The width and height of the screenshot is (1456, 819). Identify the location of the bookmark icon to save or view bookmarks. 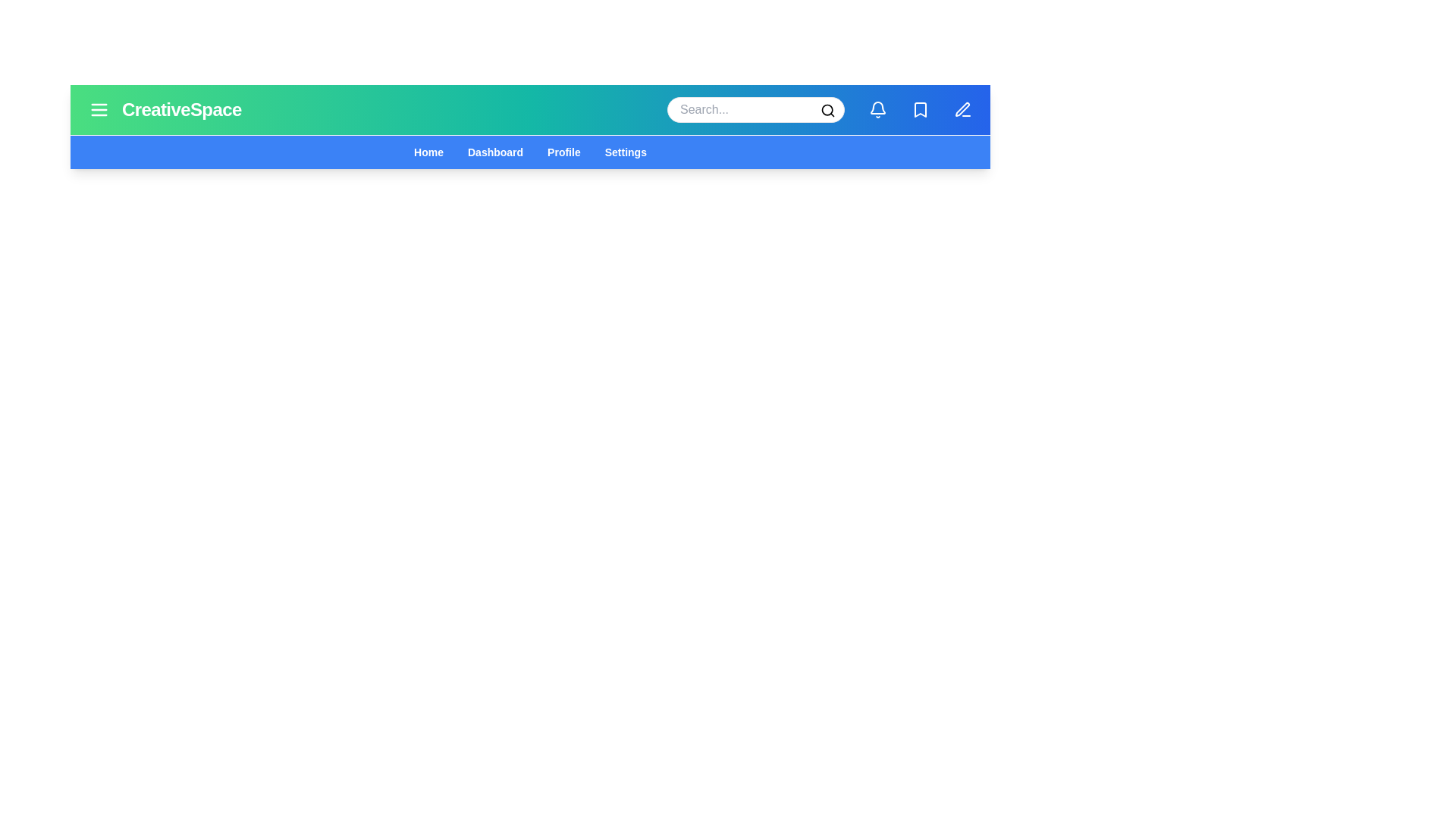
(920, 109).